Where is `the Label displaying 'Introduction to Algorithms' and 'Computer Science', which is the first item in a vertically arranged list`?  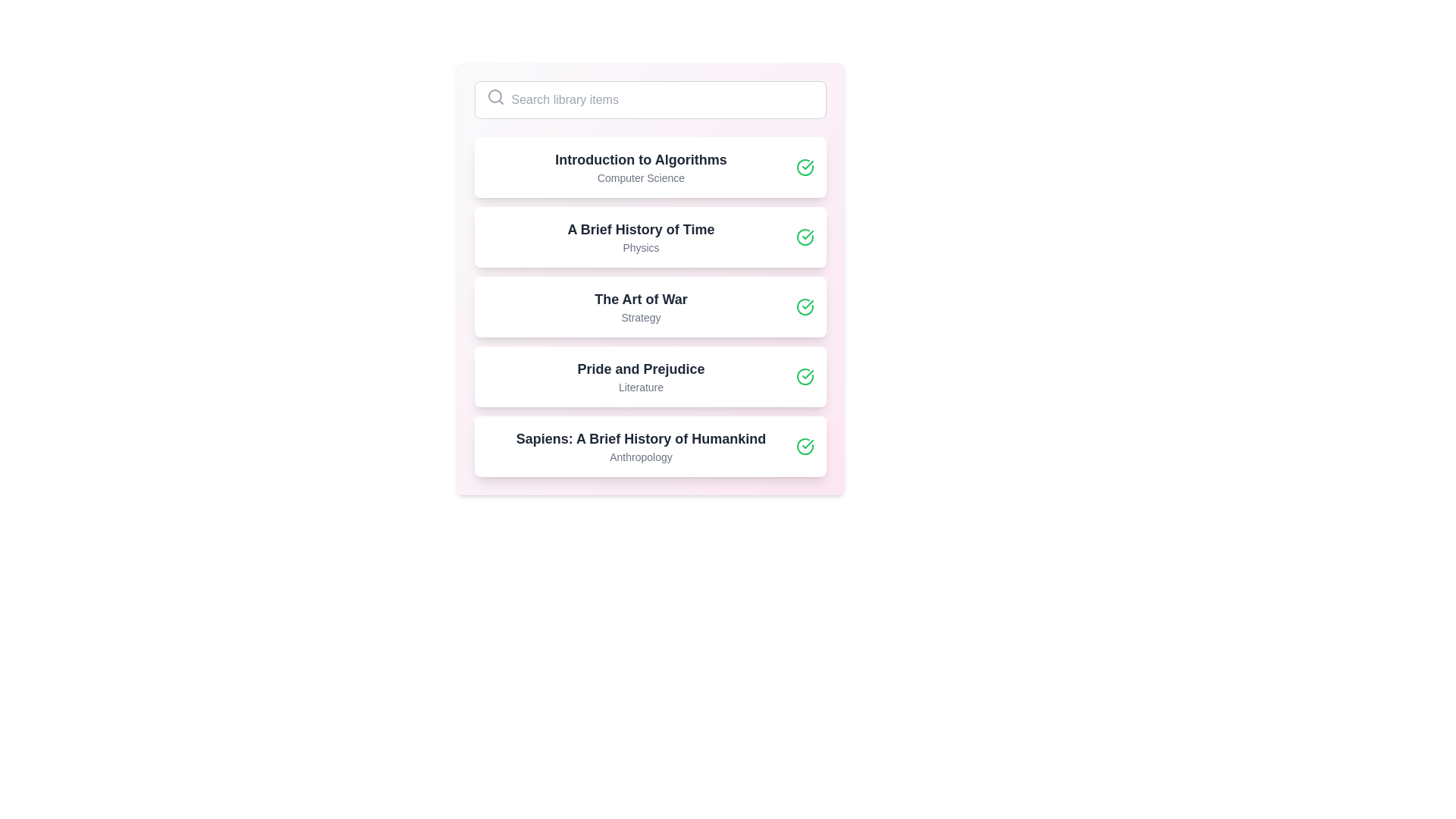 the Label displaying 'Introduction to Algorithms' and 'Computer Science', which is the first item in a vertically arranged list is located at coordinates (641, 167).